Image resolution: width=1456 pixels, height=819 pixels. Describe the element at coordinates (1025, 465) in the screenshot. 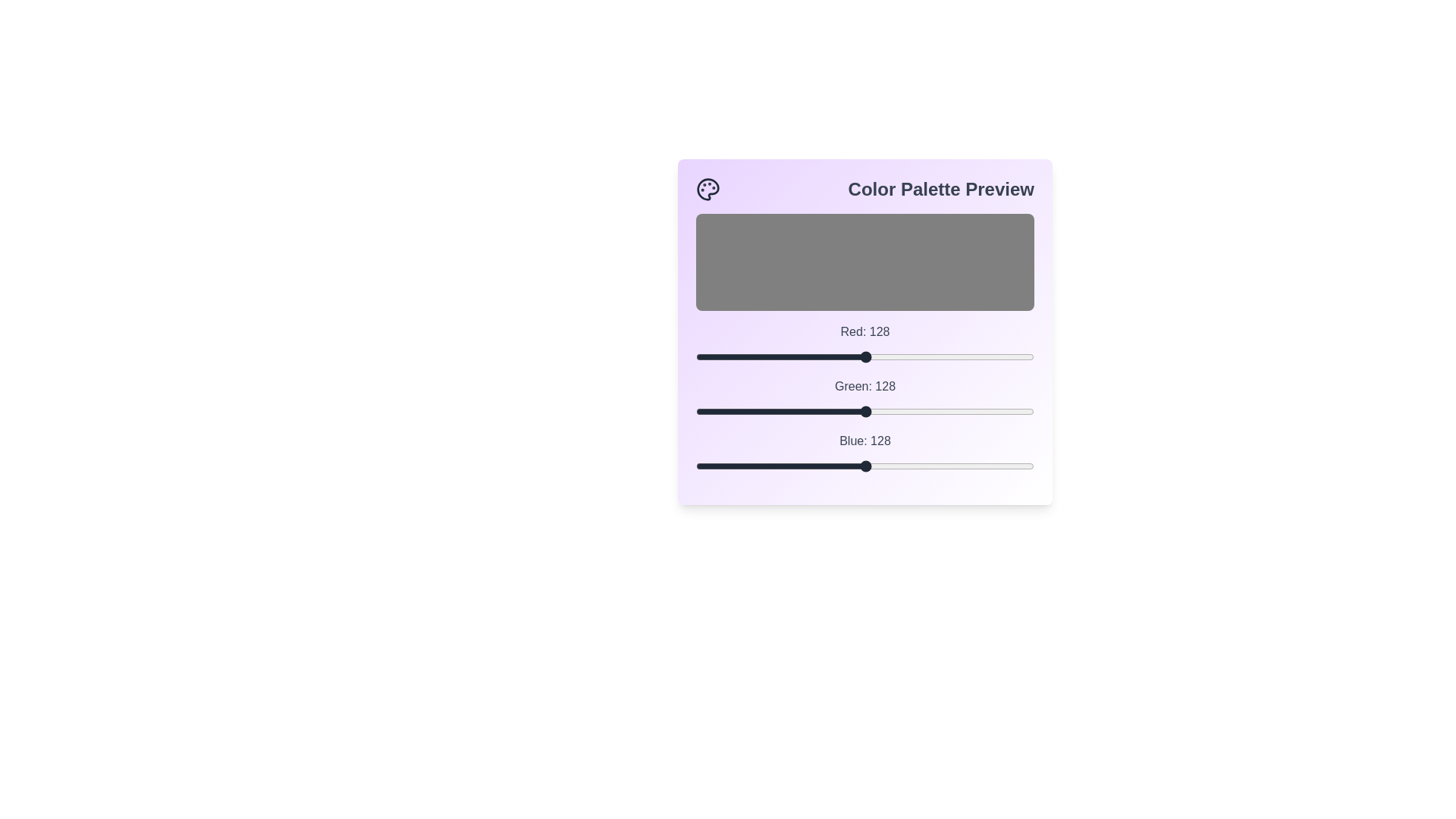

I see `the blue component` at that location.